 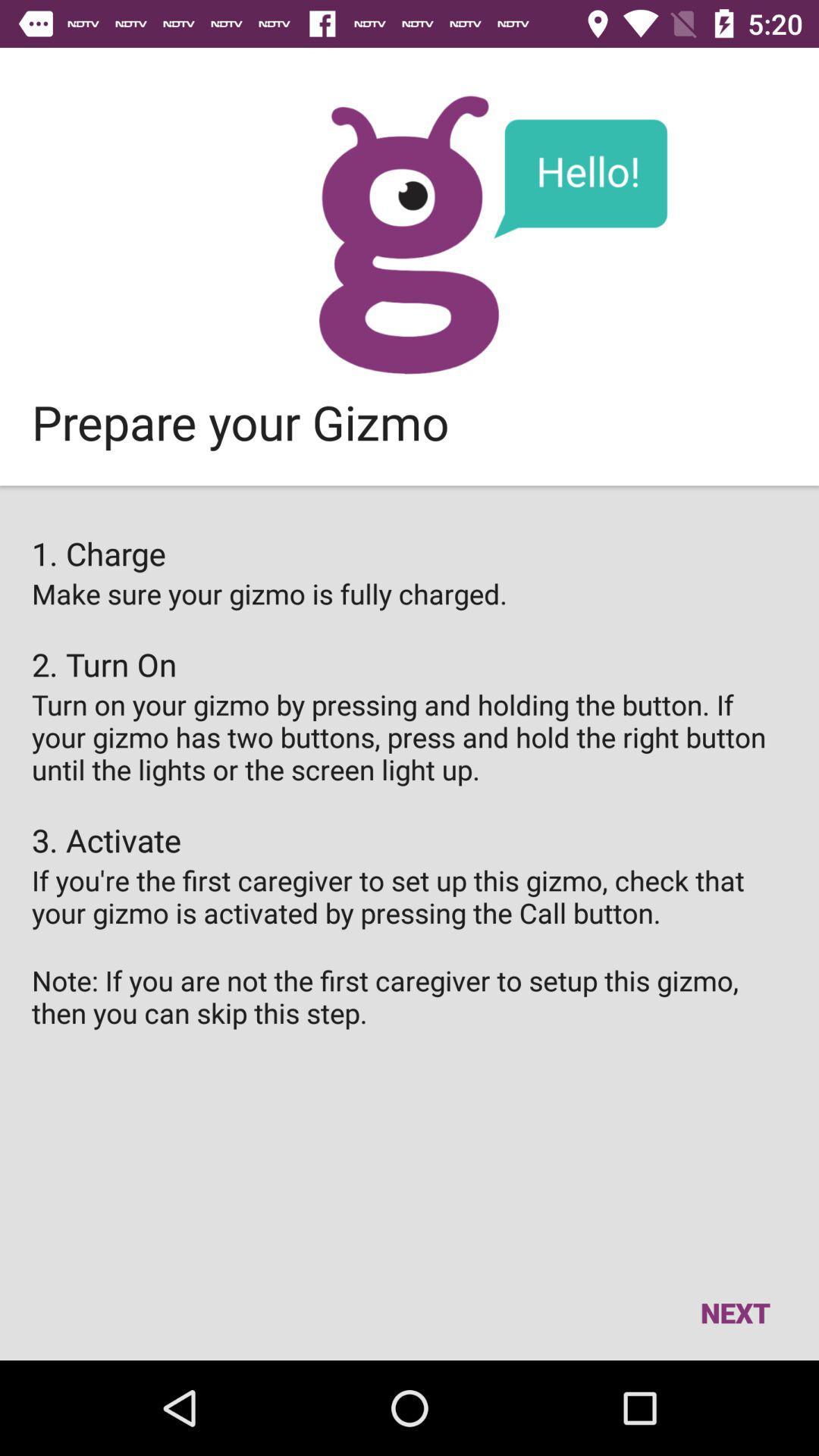 I want to click on next at the bottom right corner, so click(x=734, y=1312).